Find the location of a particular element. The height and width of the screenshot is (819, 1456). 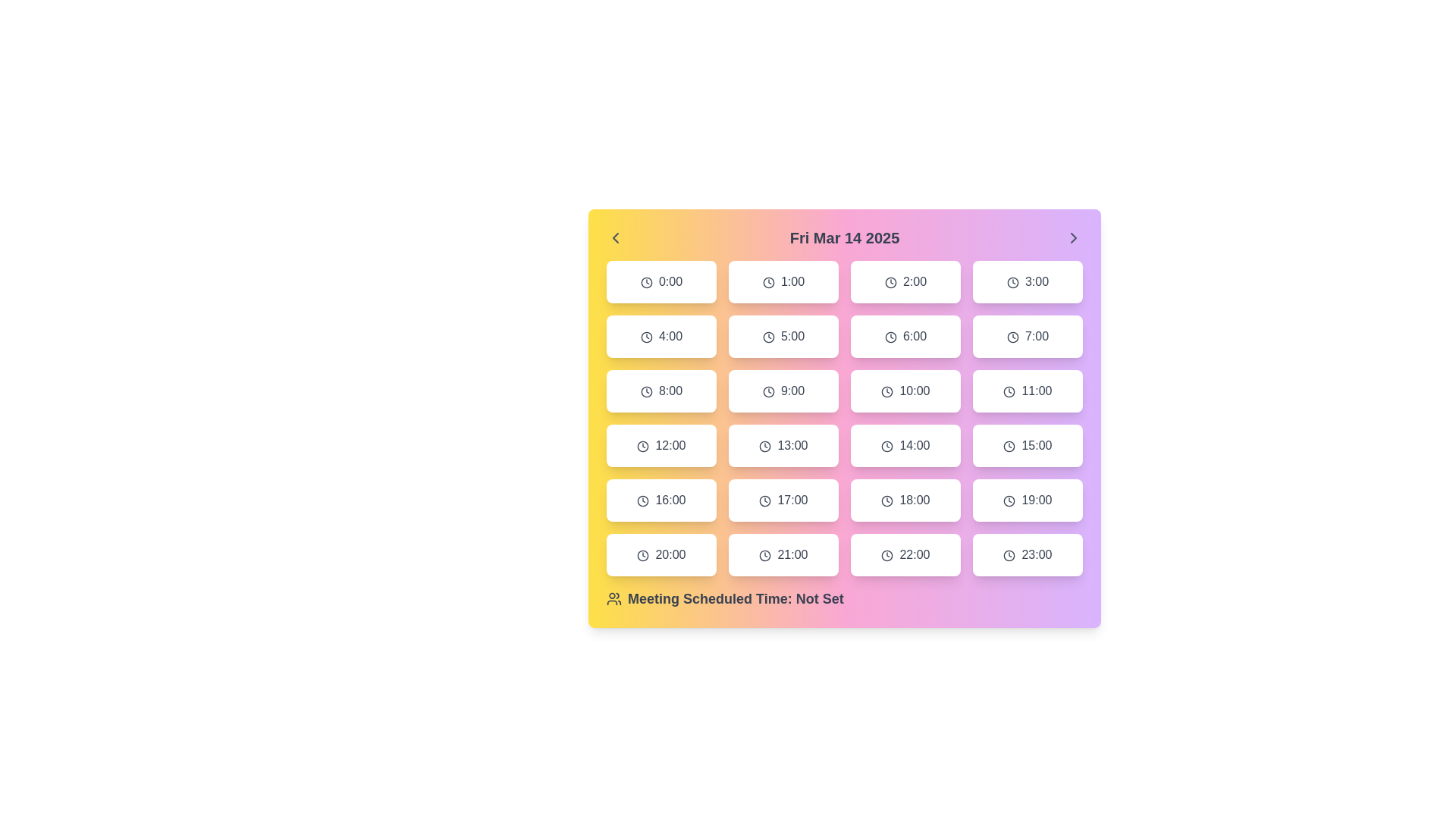

the clock icon representing the time '12:00' located in the fourth row, first column beneath the heading 'Fri Mar 14 2025' is located at coordinates (643, 445).